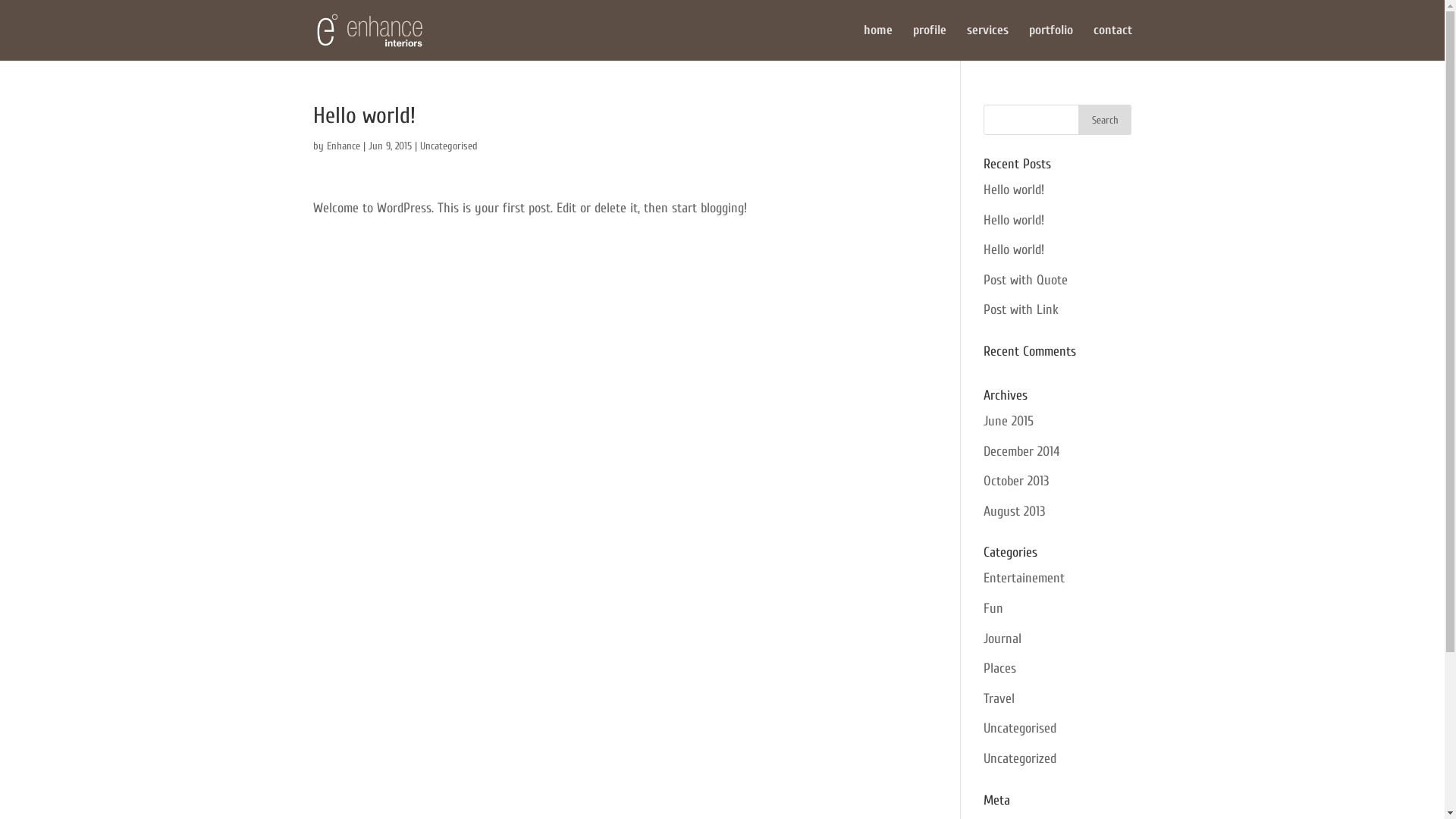  Describe the element at coordinates (1024, 578) in the screenshot. I see `'Entertainement'` at that location.